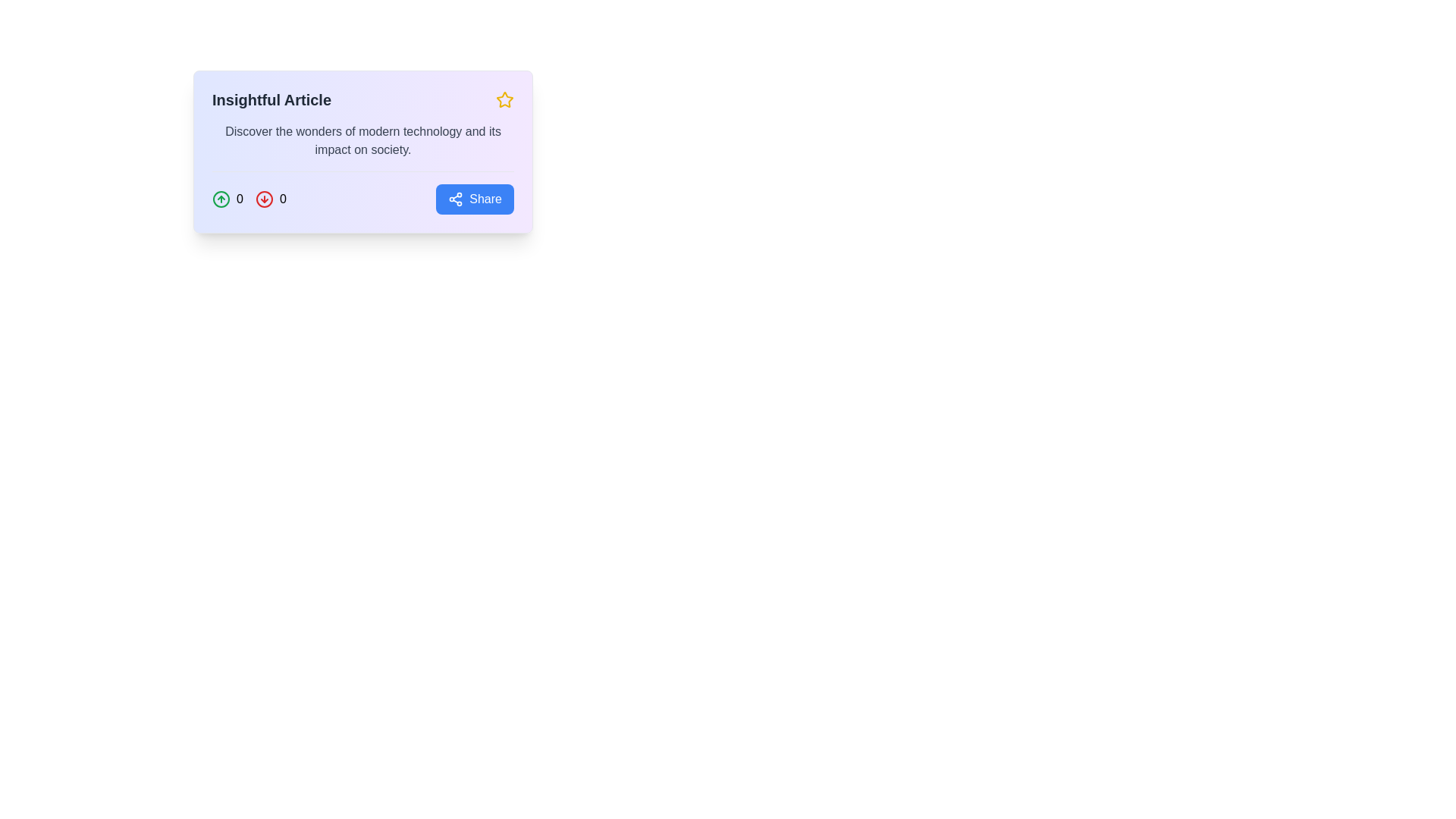 This screenshot has height=819, width=1456. I want to click on text displayed in the Text Label element that shows the message: 'Discover the wonders of modern technology and its impact on society.', so click(362, 140).